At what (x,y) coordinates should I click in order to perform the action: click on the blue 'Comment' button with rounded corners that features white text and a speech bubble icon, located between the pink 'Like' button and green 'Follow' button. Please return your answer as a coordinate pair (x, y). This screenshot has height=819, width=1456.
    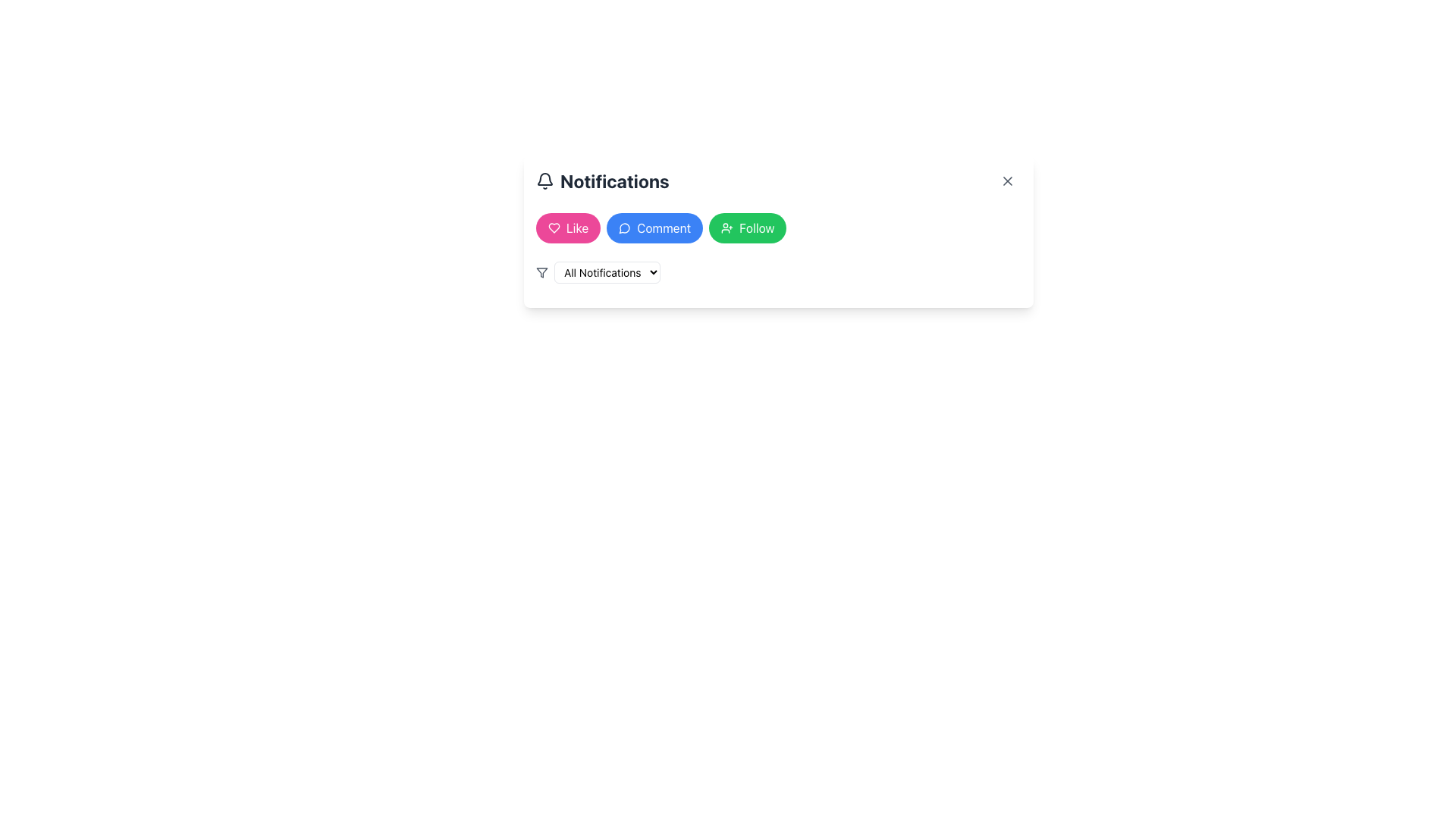
    Looking at the image, I should click on (654, 227).